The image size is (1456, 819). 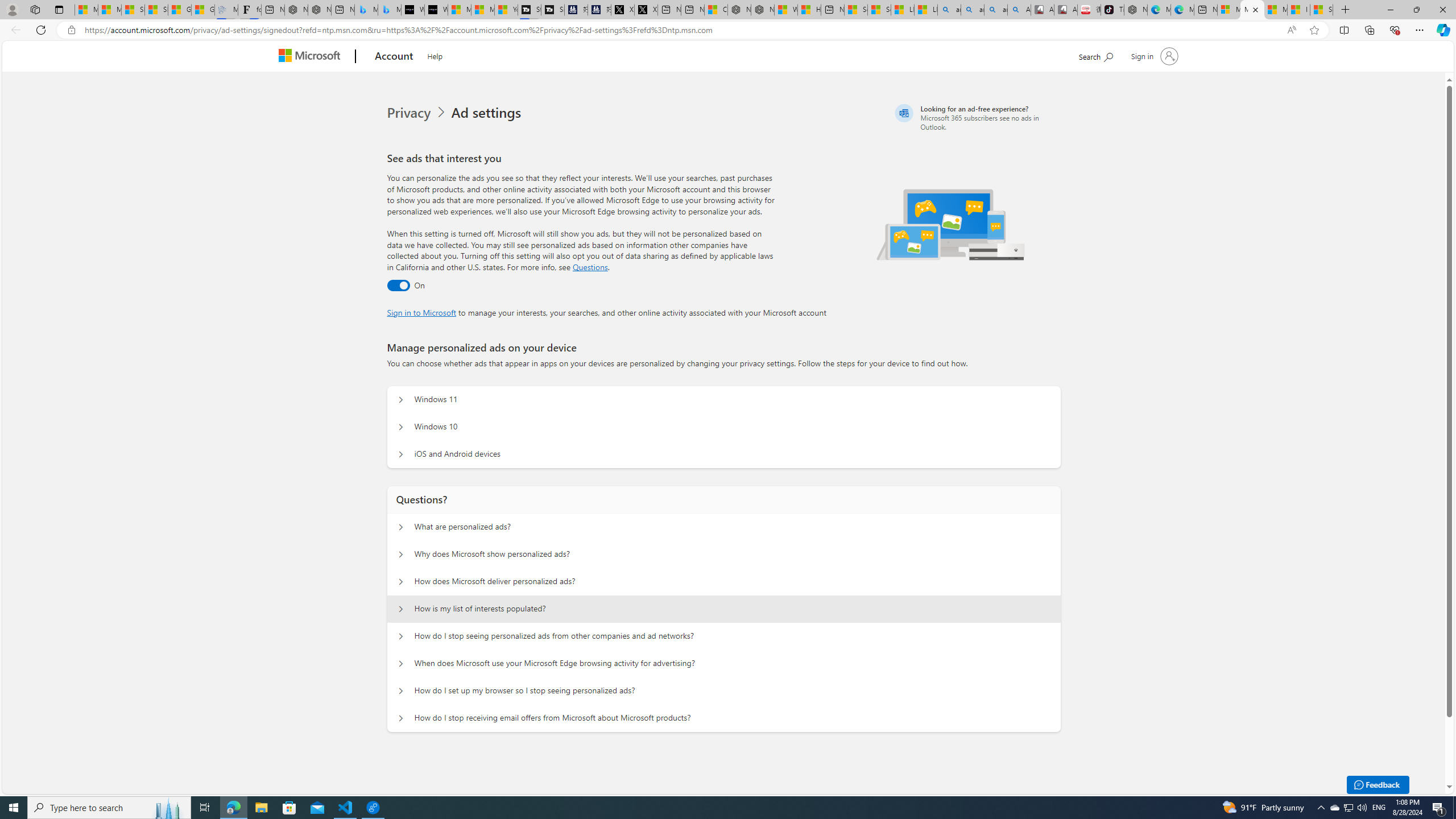 I want to click on 'Privacy', so click(x=418, y=113).